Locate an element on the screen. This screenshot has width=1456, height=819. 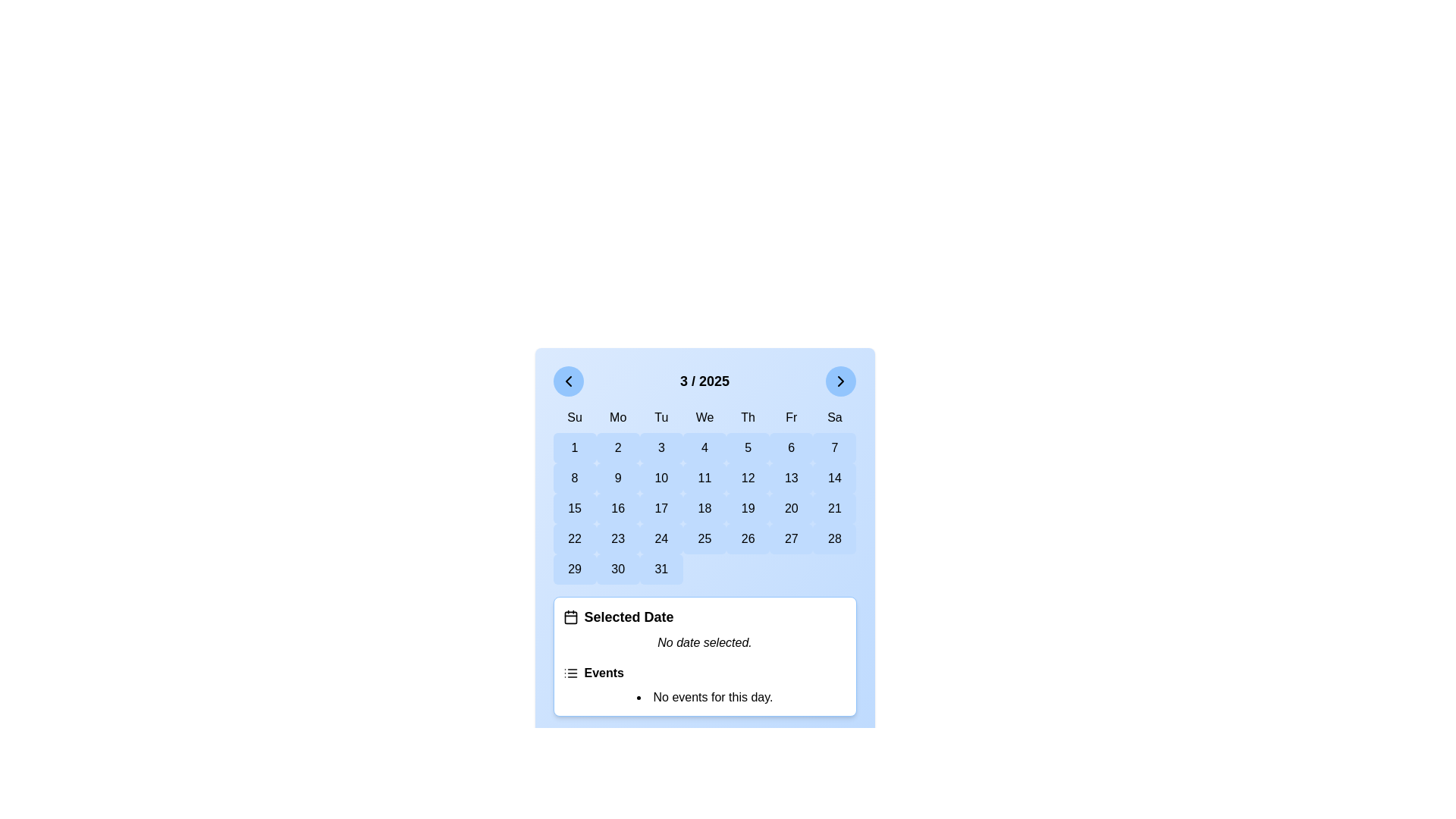
the icon representing a list, styled with a black stroke and three horizontal lines, located to the left of the text 'Events' within a card-like structure beneath a calendar interface is located at coordinates (570, 672).